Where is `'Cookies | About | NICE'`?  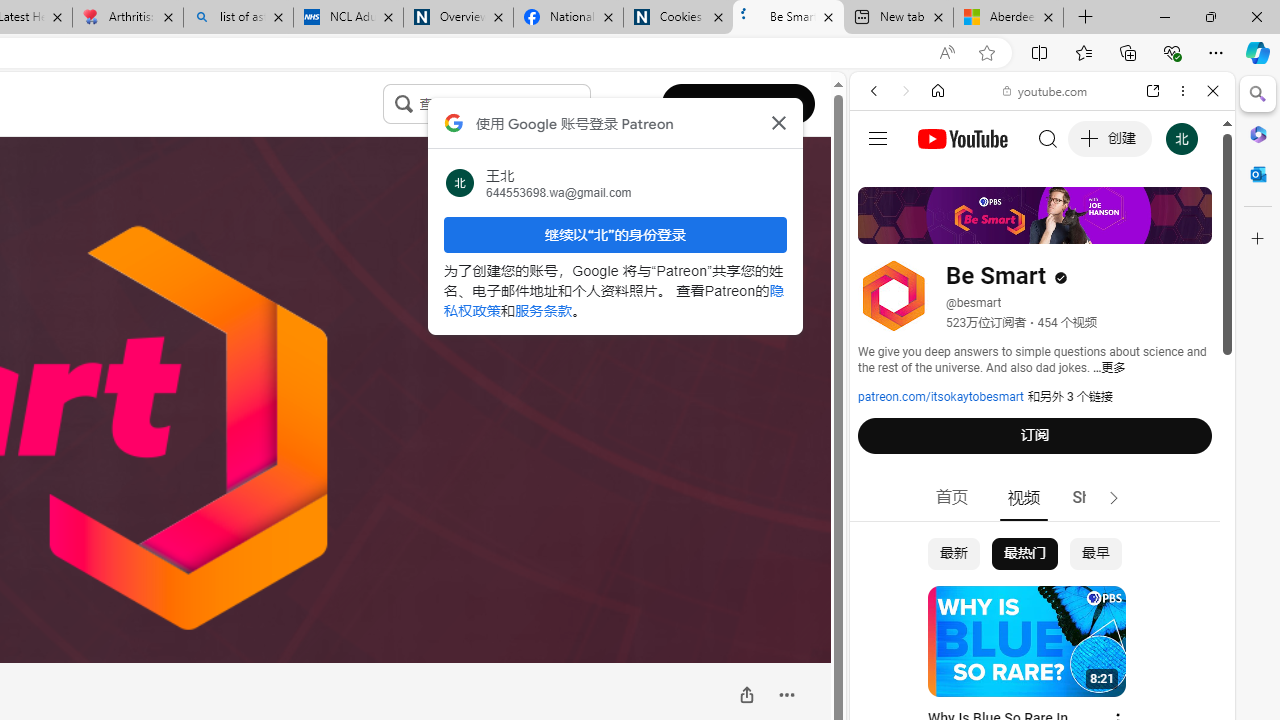
'Cookies | About | NICE' is located at coordinates (678, 17).